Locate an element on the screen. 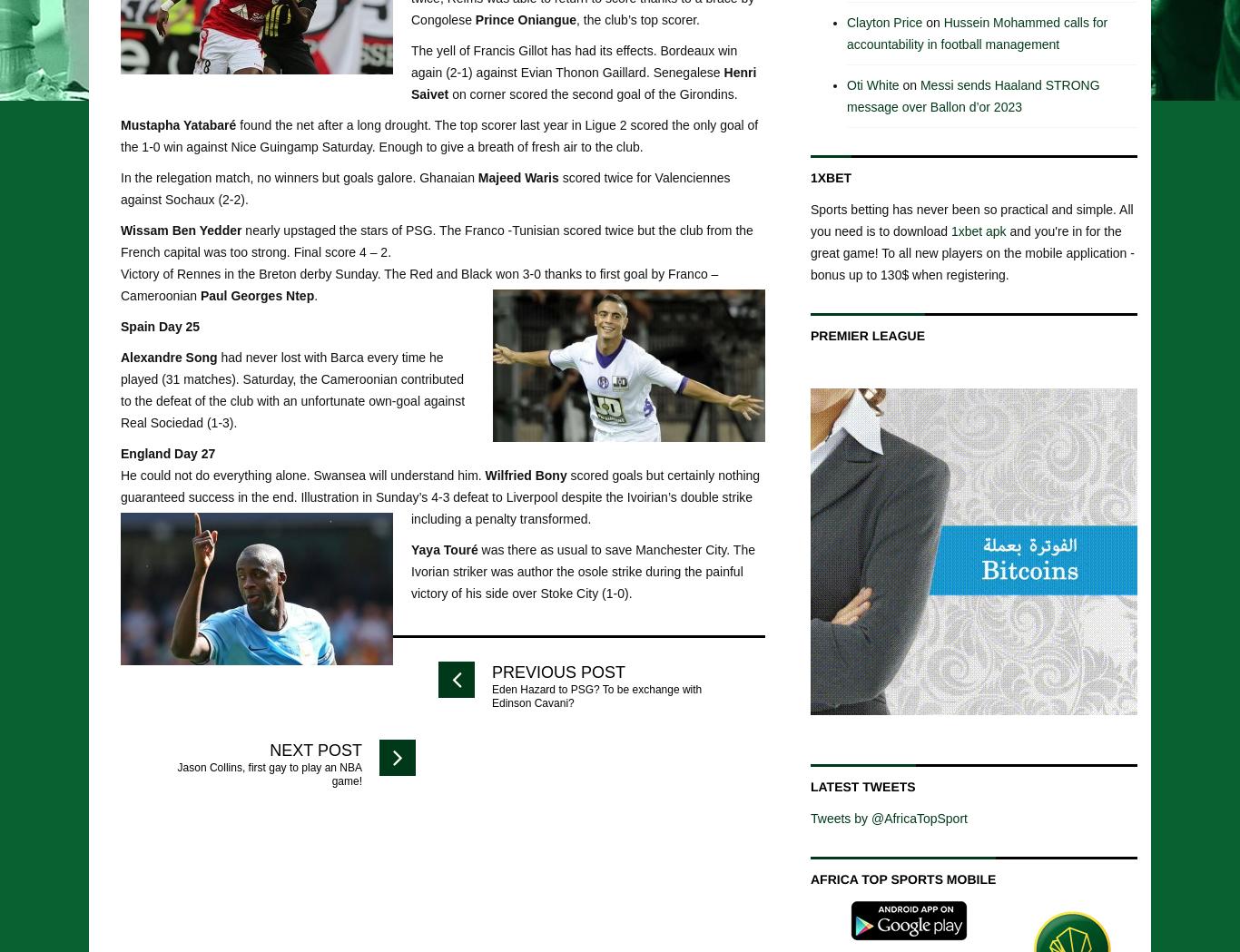 This screenshot has width=1240, height=952. 'Clayton Price' is located at coordinates (884, 21).